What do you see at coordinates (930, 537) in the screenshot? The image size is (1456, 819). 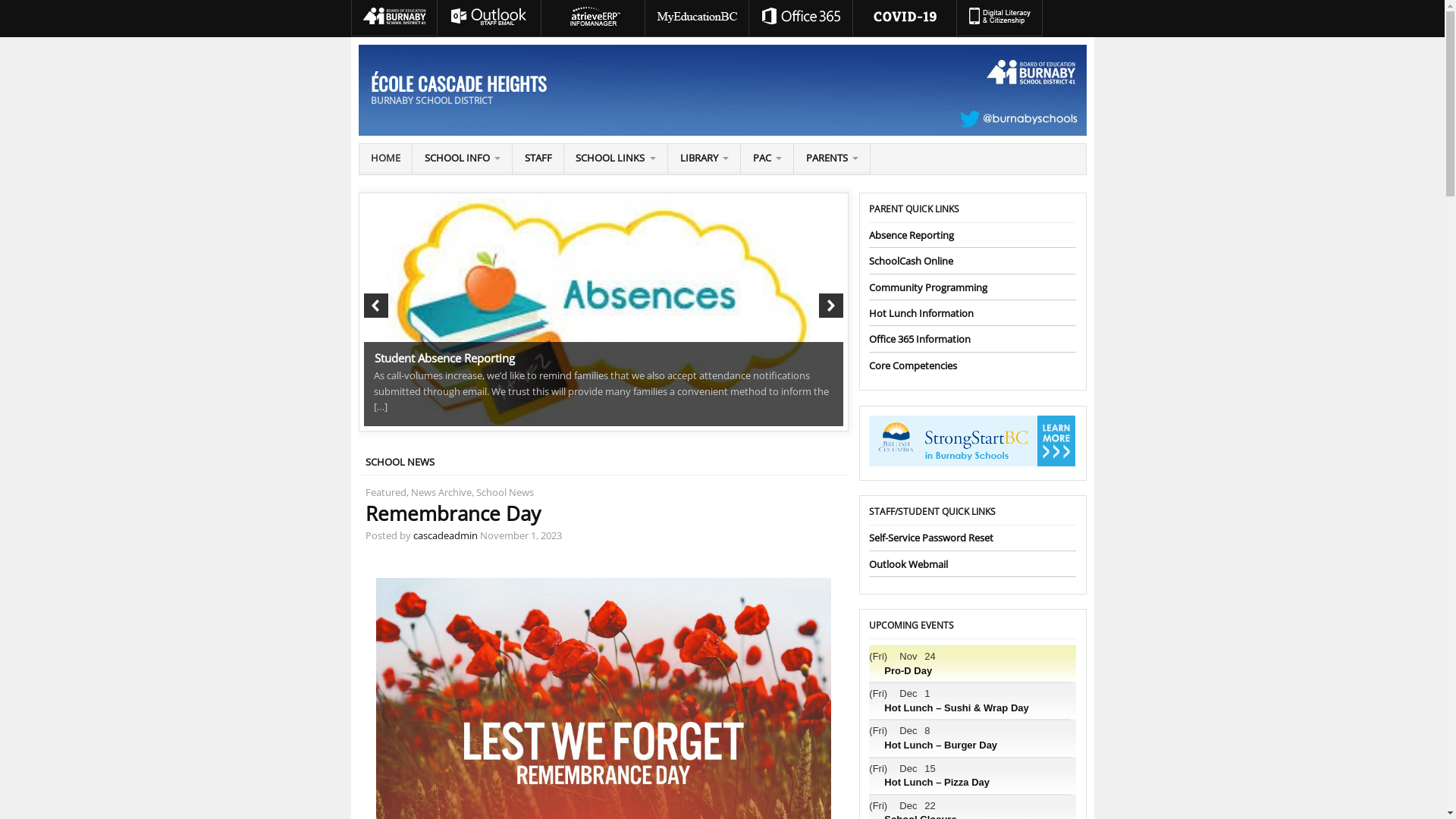 I see `'Self-Service Password Reset'` at bounding box center [930, 537].